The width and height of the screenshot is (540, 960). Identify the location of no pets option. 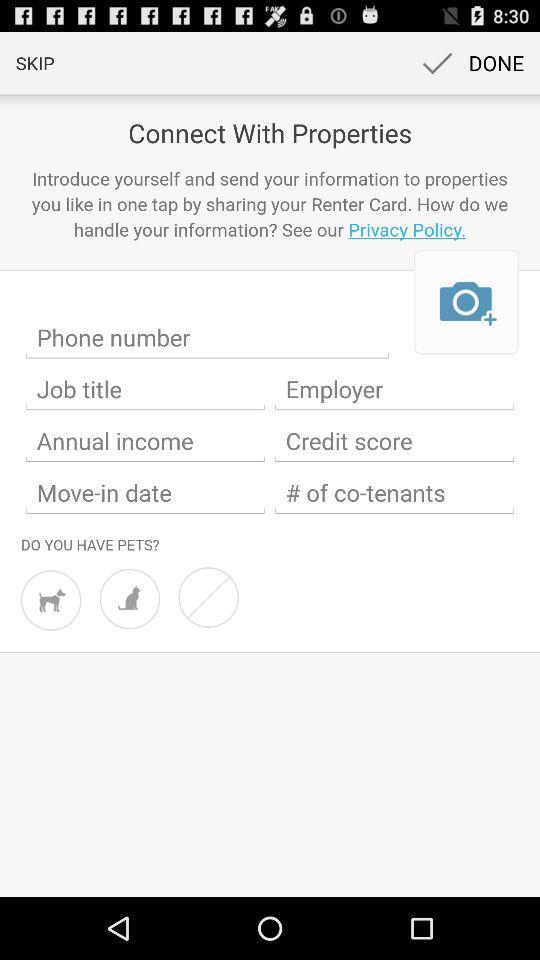
(207, 597).